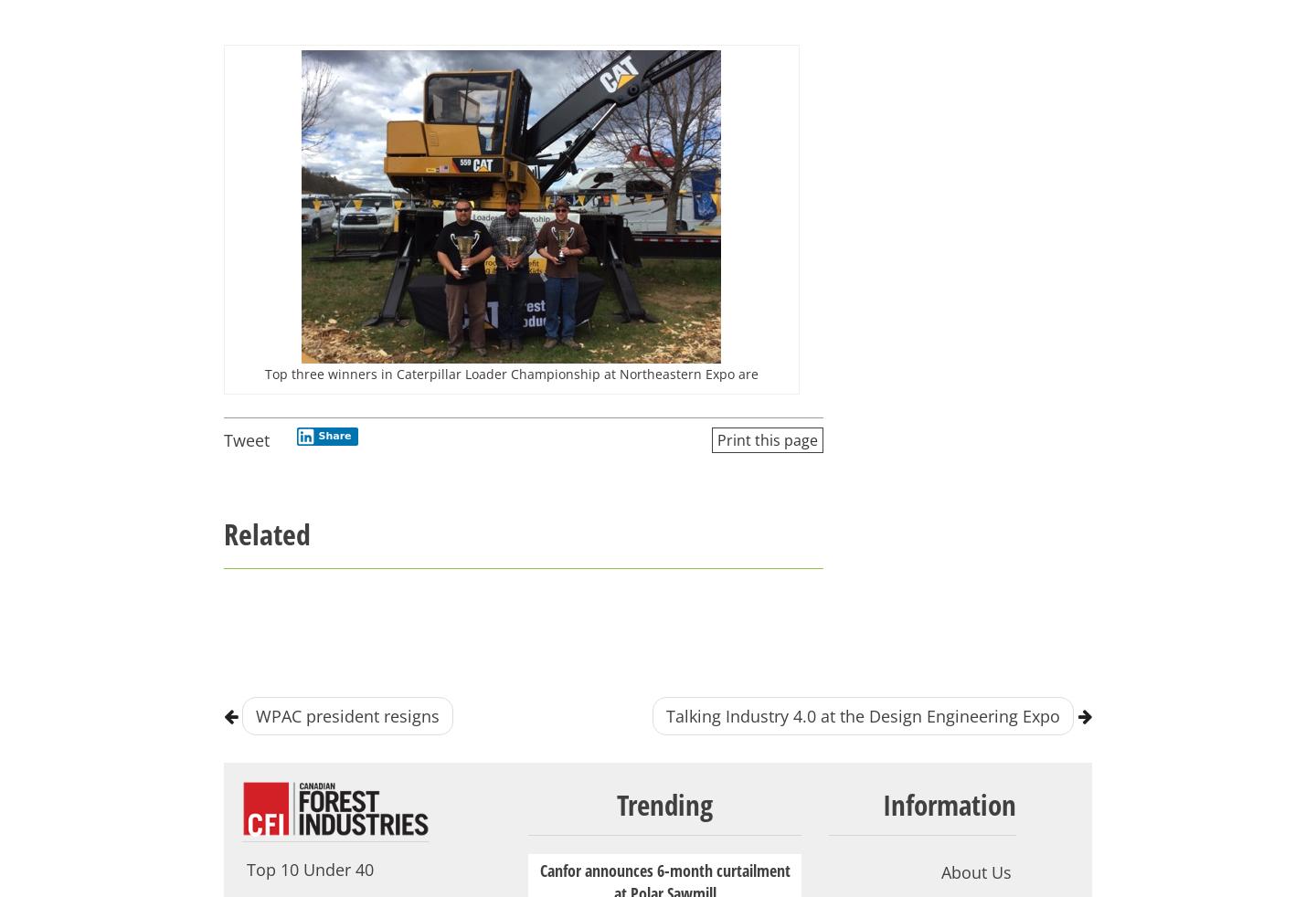 Image resolution: width=1316 pixels, height=897 pixels. What do you see at coordinates (976, 871) in the screenshot?
I see `'About Us'` at bounding box center [976, 871].